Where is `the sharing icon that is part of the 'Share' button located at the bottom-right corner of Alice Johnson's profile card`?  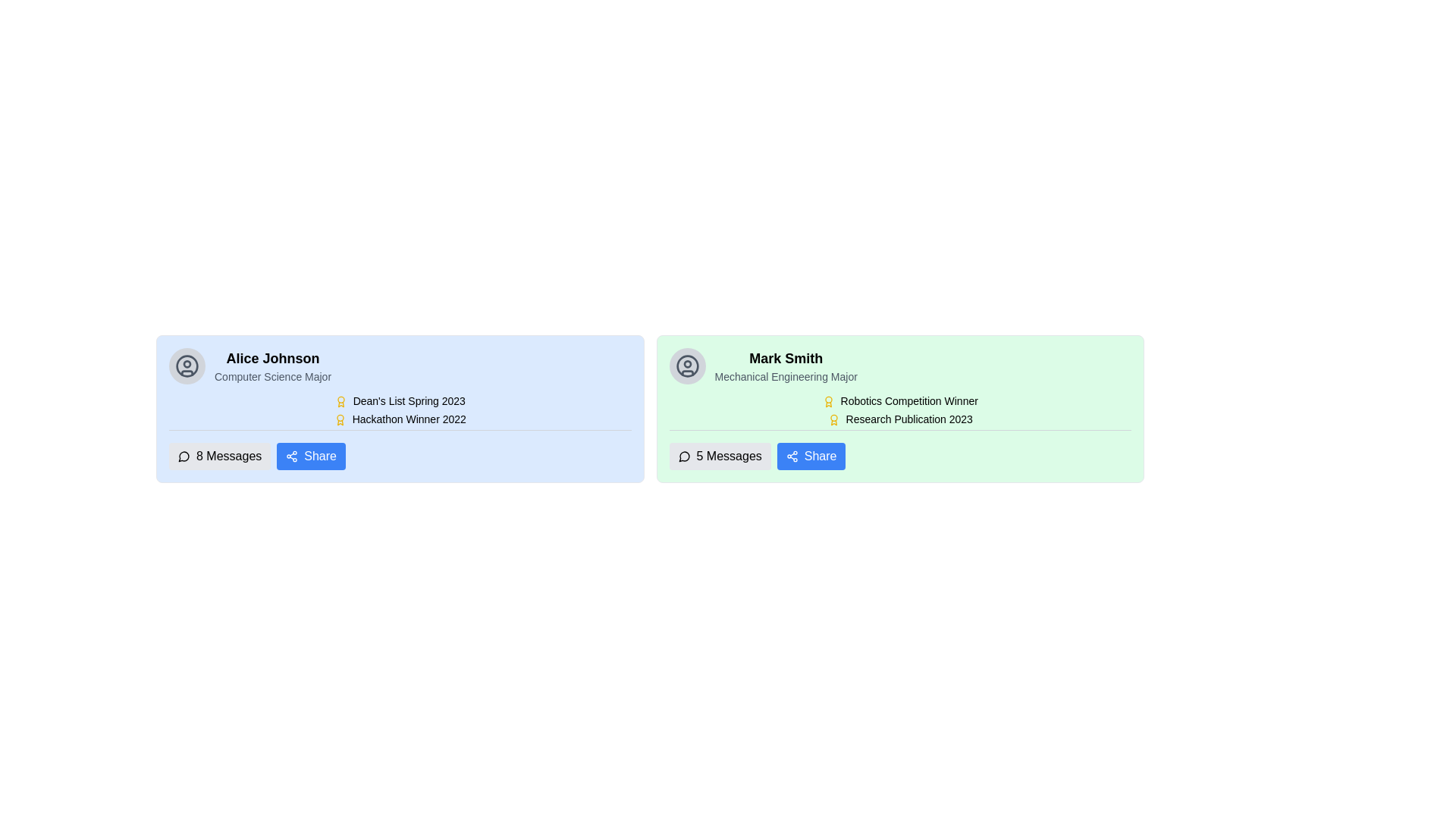
the sharing icon that is part of the 'Share' button located at the bottom-right corner of Alice Johnson's profile card is located at coordinates (292, 455).